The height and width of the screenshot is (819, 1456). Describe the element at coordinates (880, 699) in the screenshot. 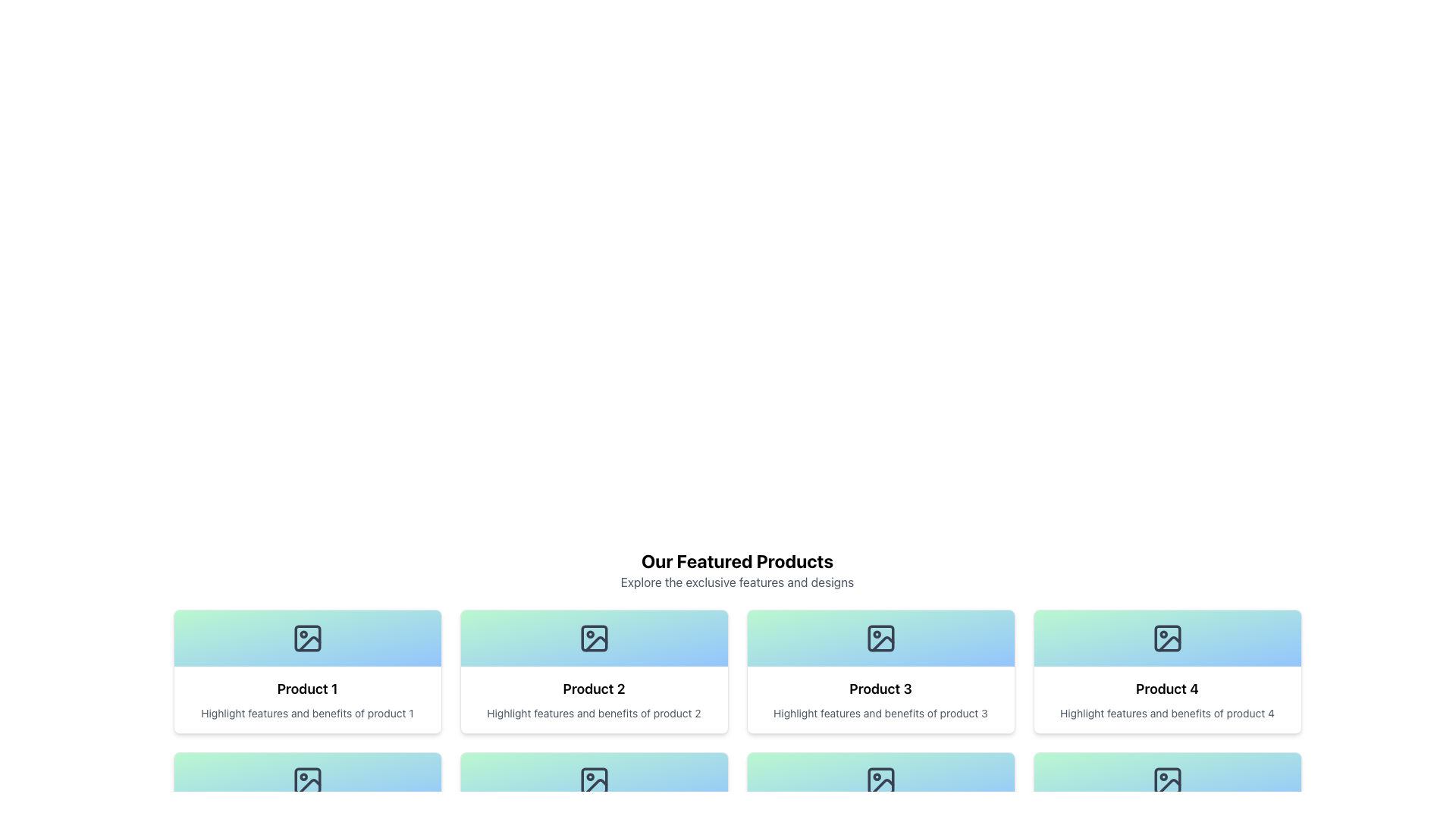

I see `the text block displaying the name and description of Product 3, located in the third card of the top row in a grid of cards` at that location.